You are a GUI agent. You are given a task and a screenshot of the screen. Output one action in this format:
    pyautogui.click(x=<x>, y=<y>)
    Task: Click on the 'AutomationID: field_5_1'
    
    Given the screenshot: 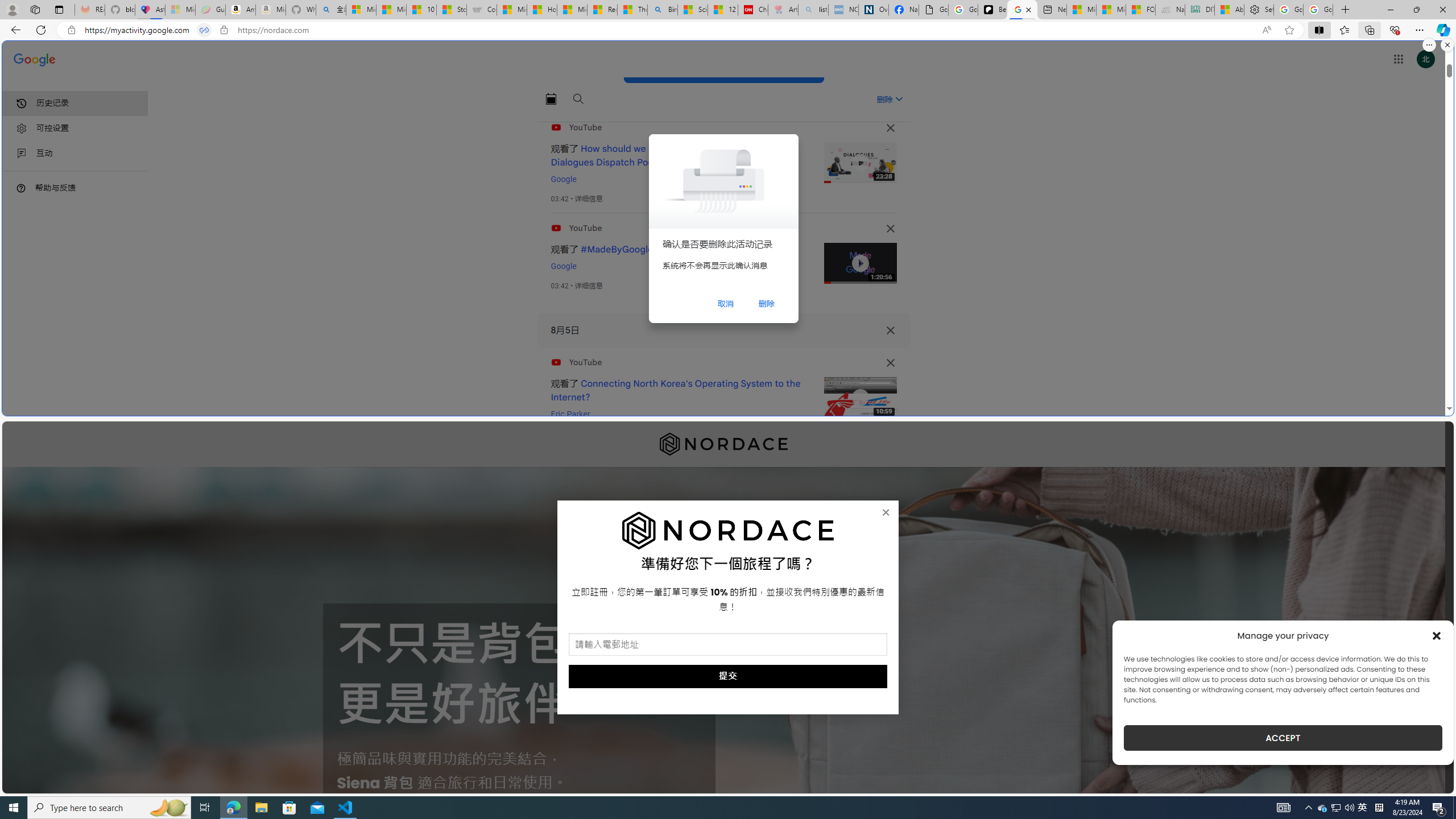 What is the action you would take?
    pyautogui.click(x=728, y=645)
    